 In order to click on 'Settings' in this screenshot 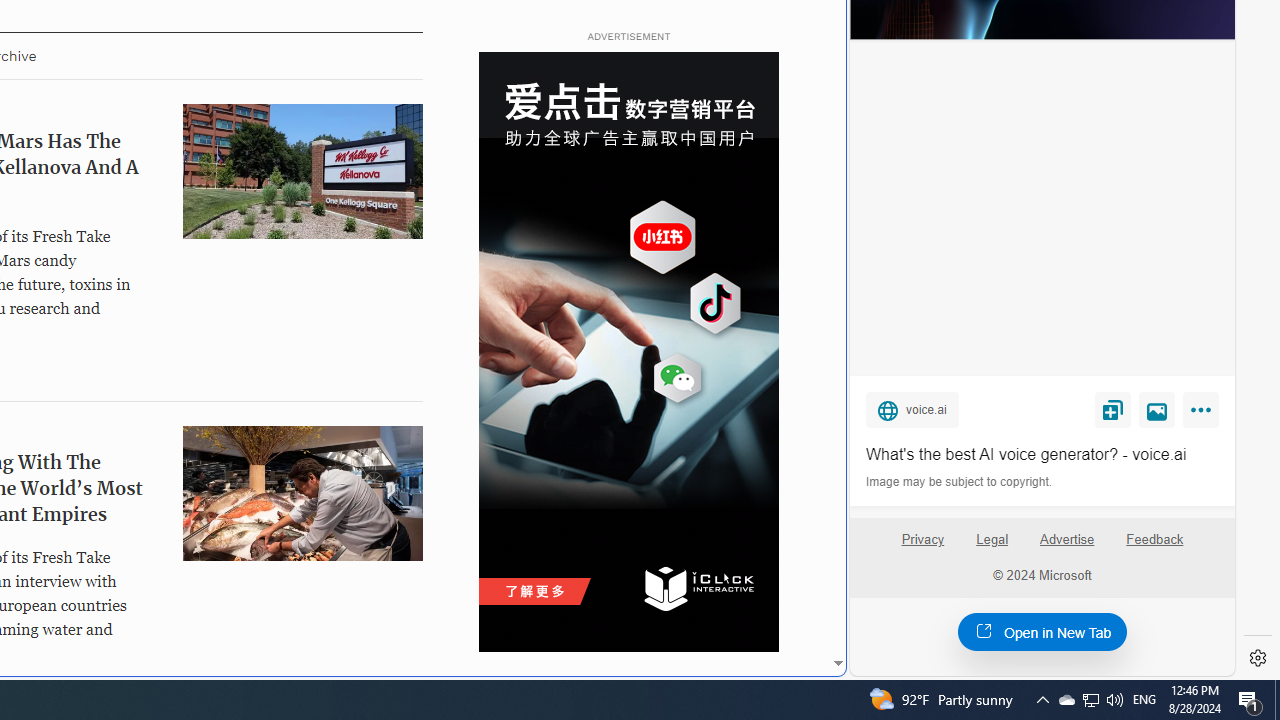, I will do `click(1257, 658)`.